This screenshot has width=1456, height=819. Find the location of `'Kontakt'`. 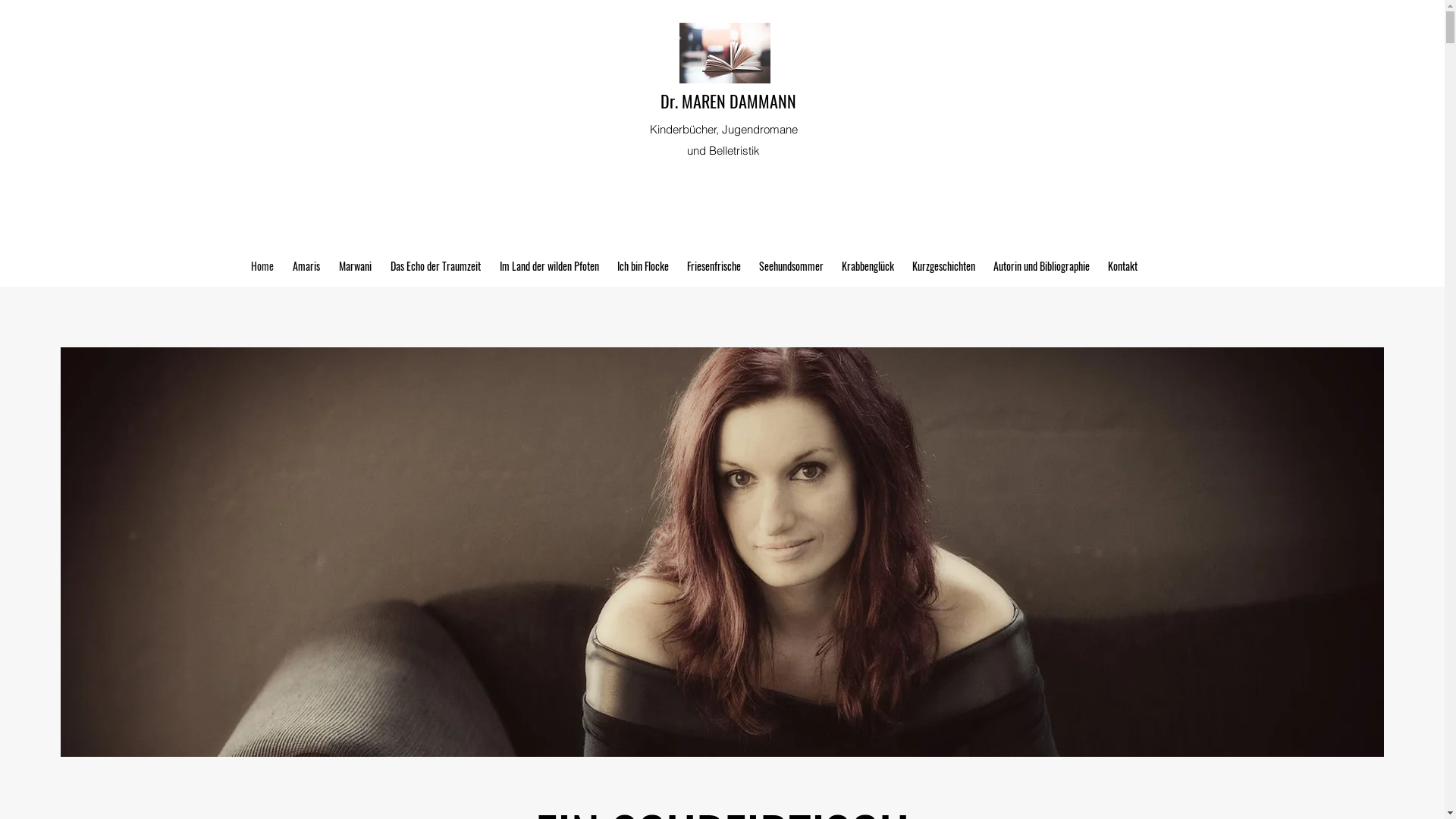

'Kontakt' is located at coordinates (1098, 265).